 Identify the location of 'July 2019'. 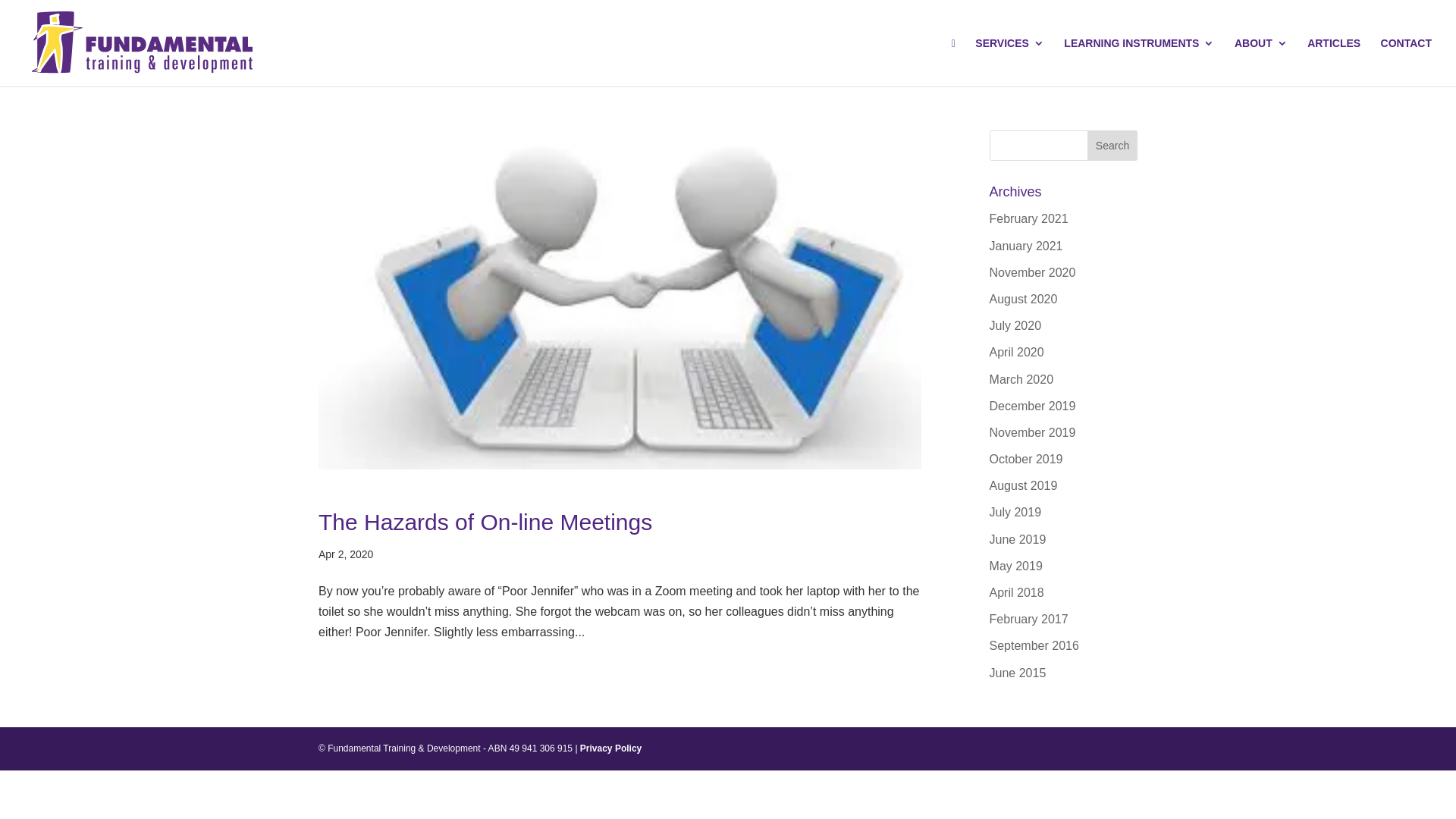
(990, 512).